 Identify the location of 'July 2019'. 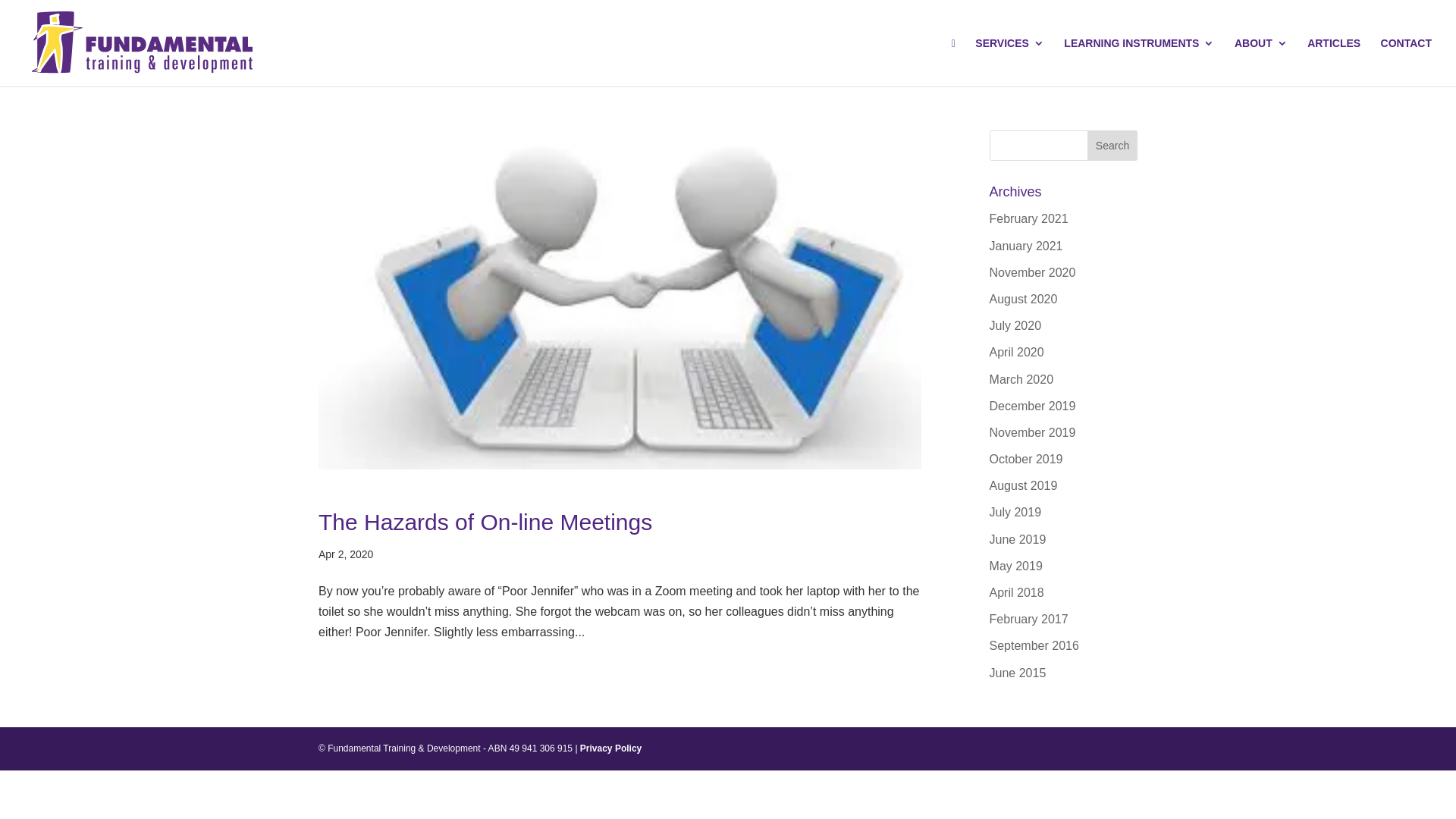
(990, 512).